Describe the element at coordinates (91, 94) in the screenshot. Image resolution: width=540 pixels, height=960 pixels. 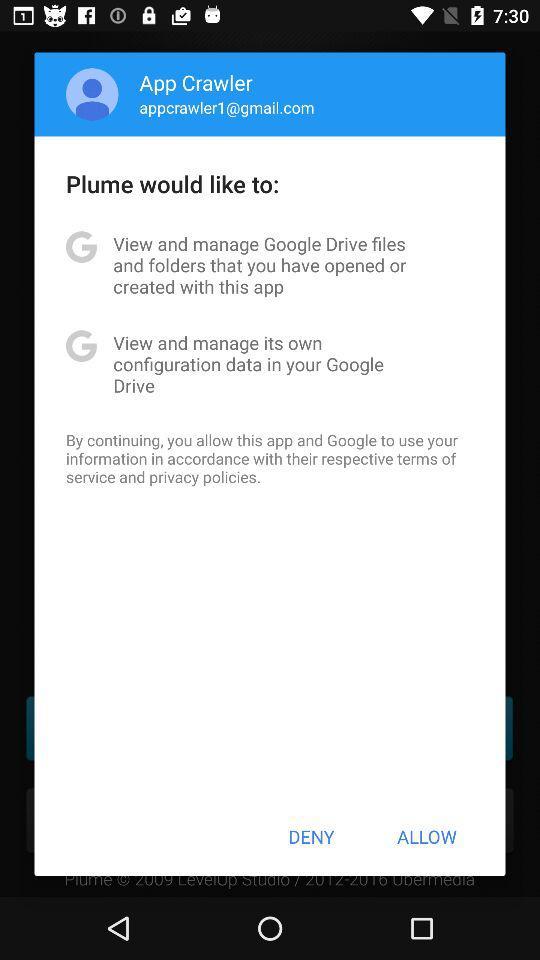
I see `the app to the left of app crawler icon` at that location.